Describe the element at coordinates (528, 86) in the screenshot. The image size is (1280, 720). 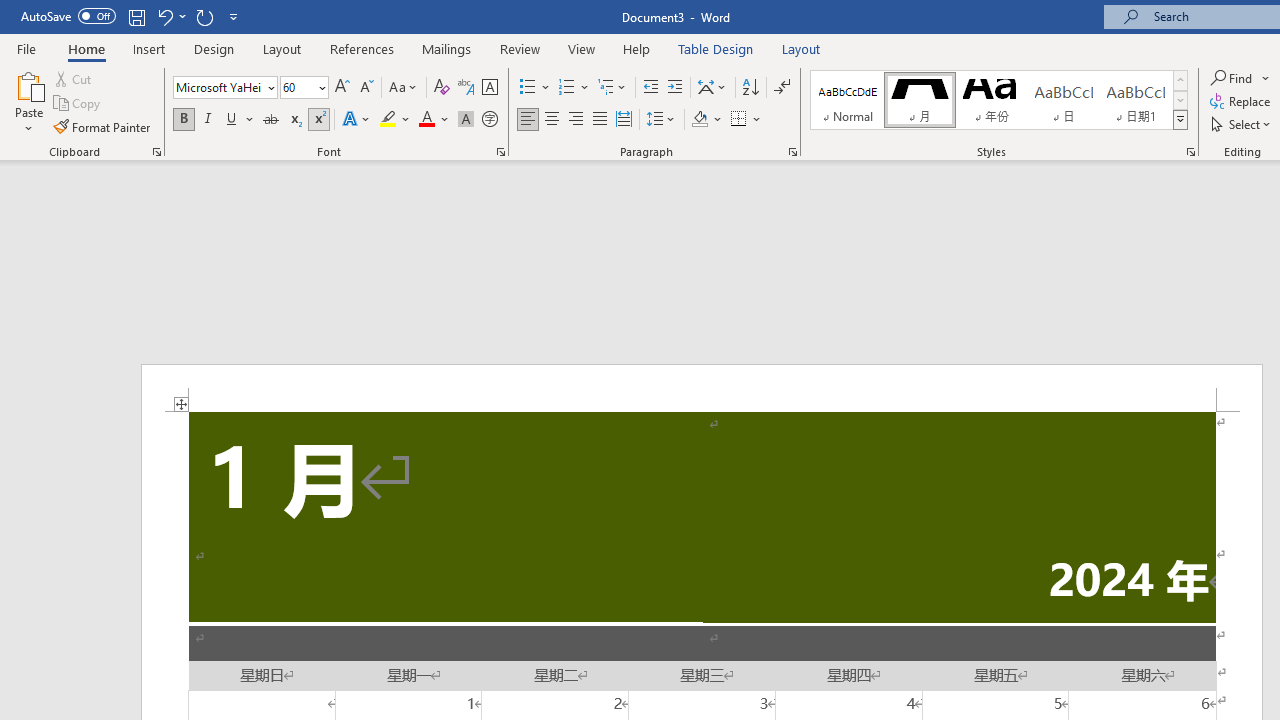
I see `'Bullets'` at that location.